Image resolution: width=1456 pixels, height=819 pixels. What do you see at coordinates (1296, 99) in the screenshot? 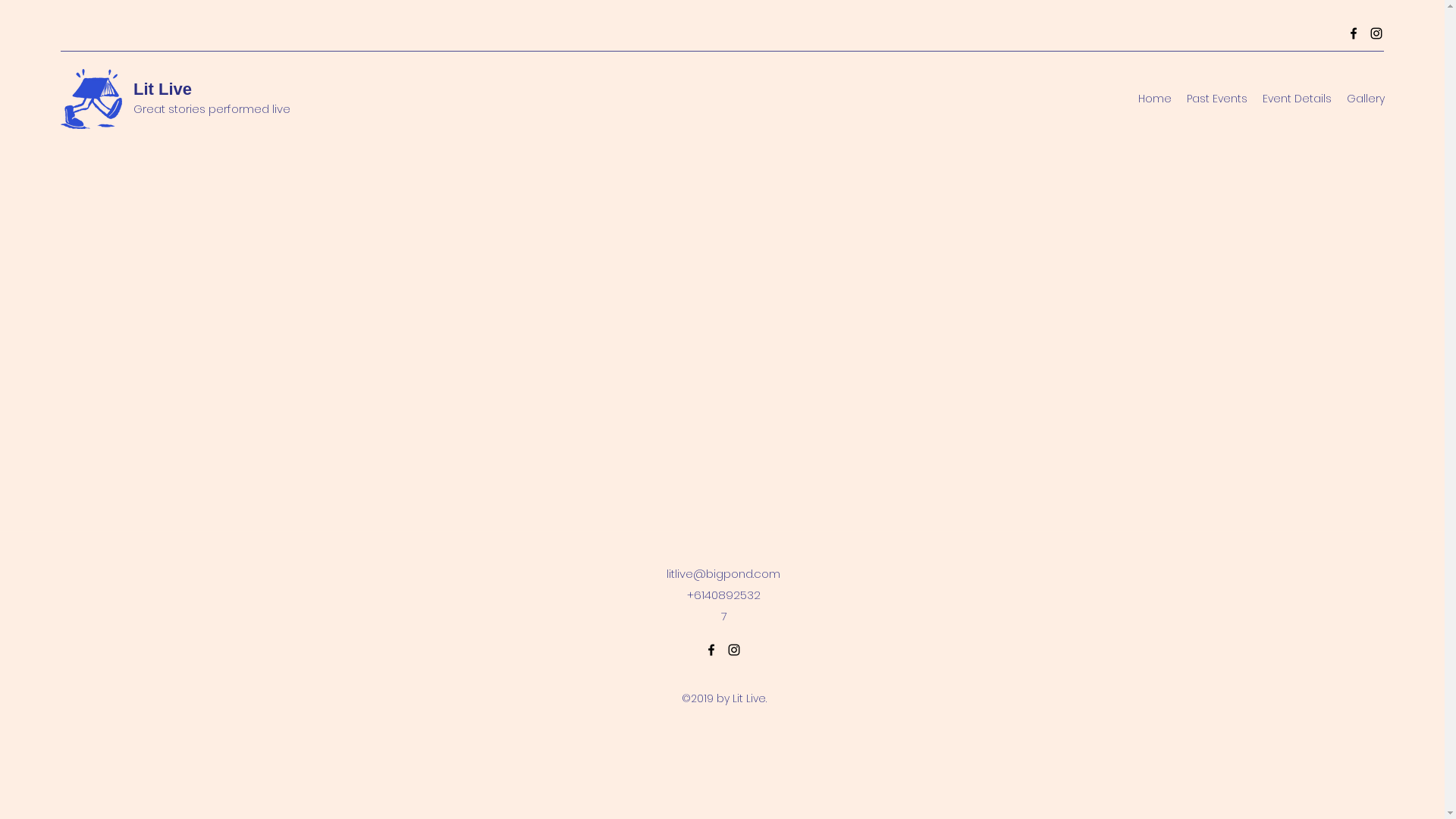
I see `'Event Details'` at bounding box center [1296, 99].